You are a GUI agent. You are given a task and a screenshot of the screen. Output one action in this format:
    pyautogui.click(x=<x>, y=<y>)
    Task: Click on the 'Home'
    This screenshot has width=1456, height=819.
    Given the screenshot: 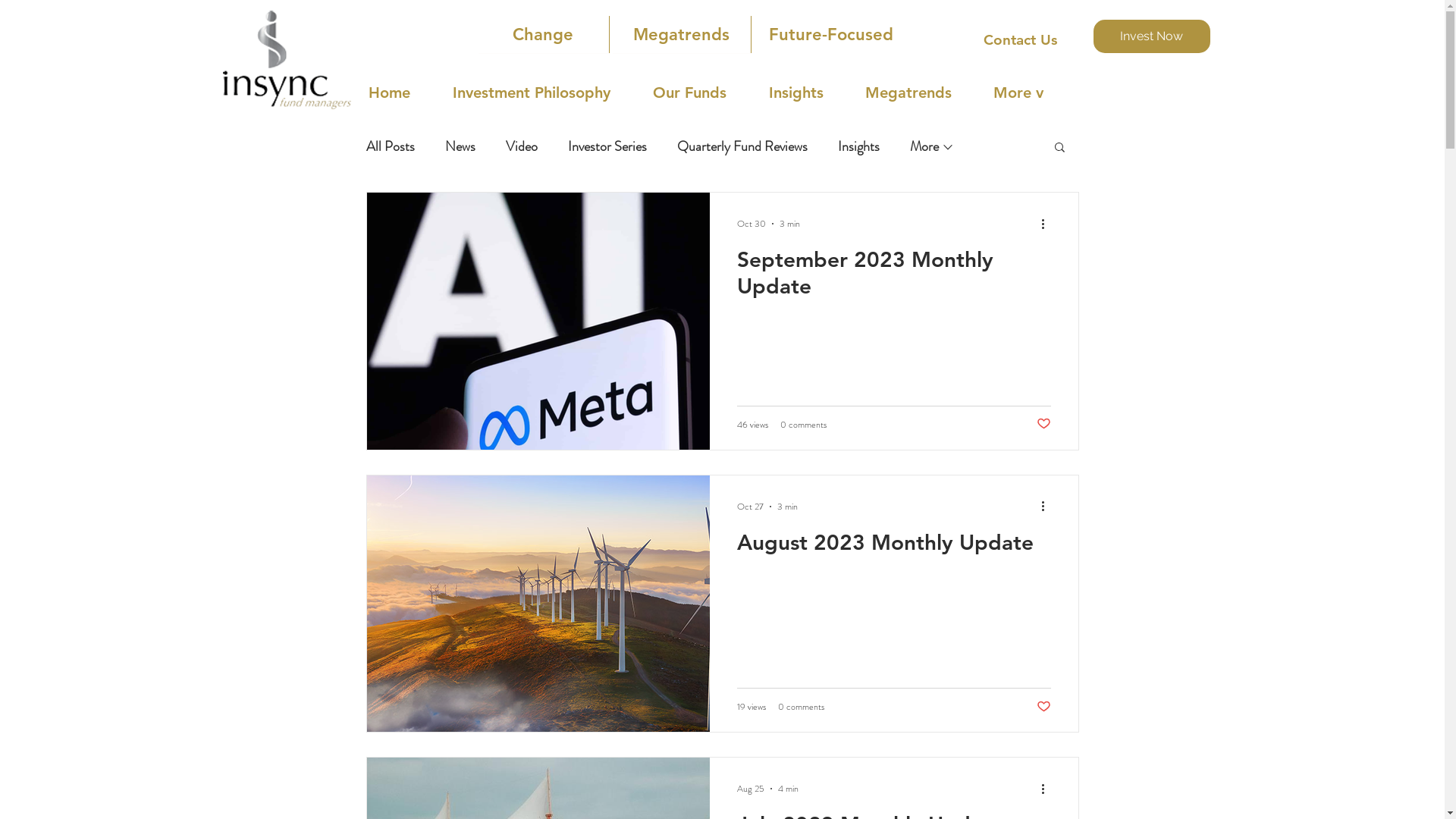 What is the action you would take?
    pyautogui.click(x=403, y=93)
    